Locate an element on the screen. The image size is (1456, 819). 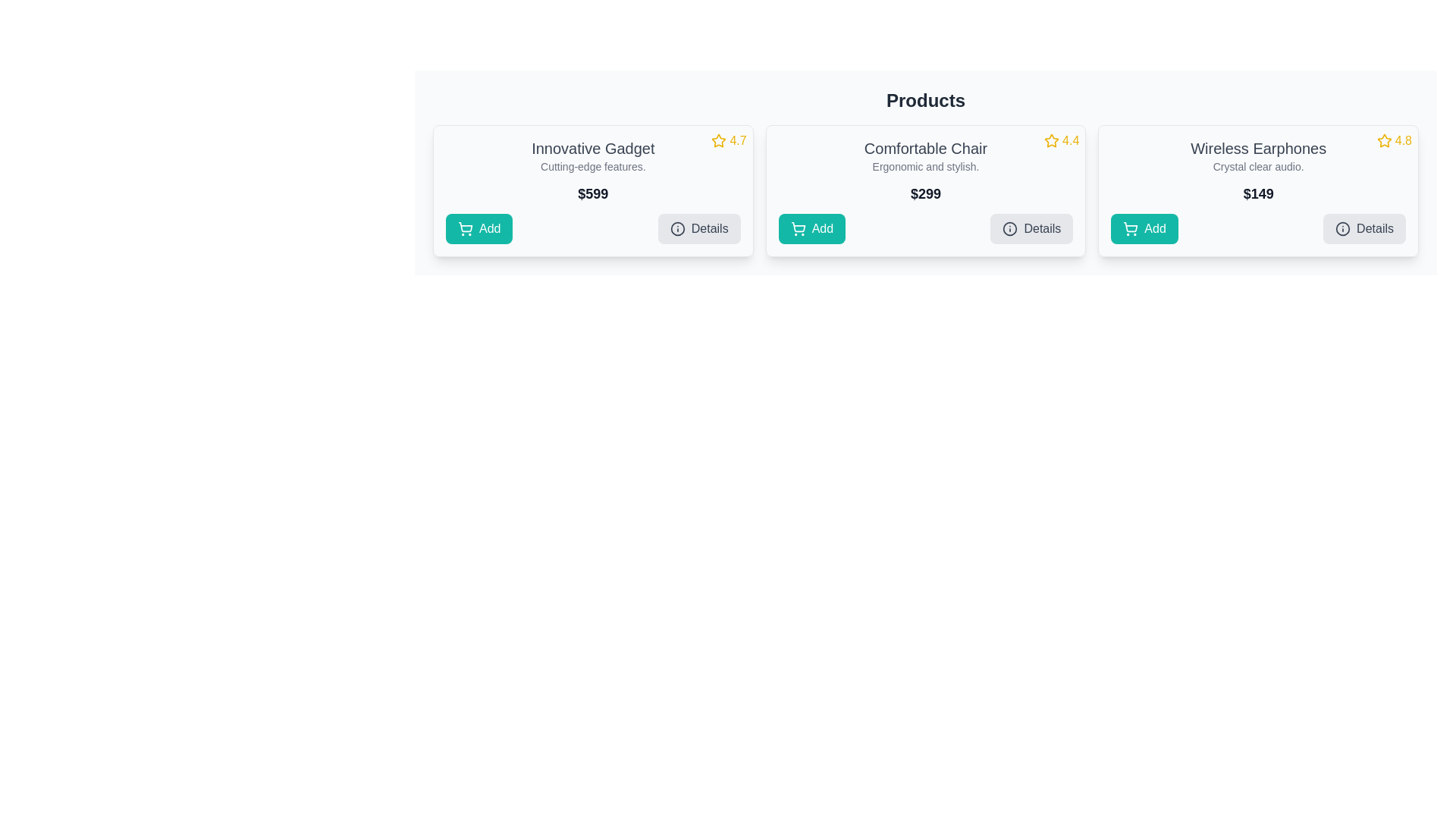
rating display element for the product 'Wireless Earphones', which shows a yellow star icon and a numeric rating of '4.8' is located at coordinates (1394, 140).